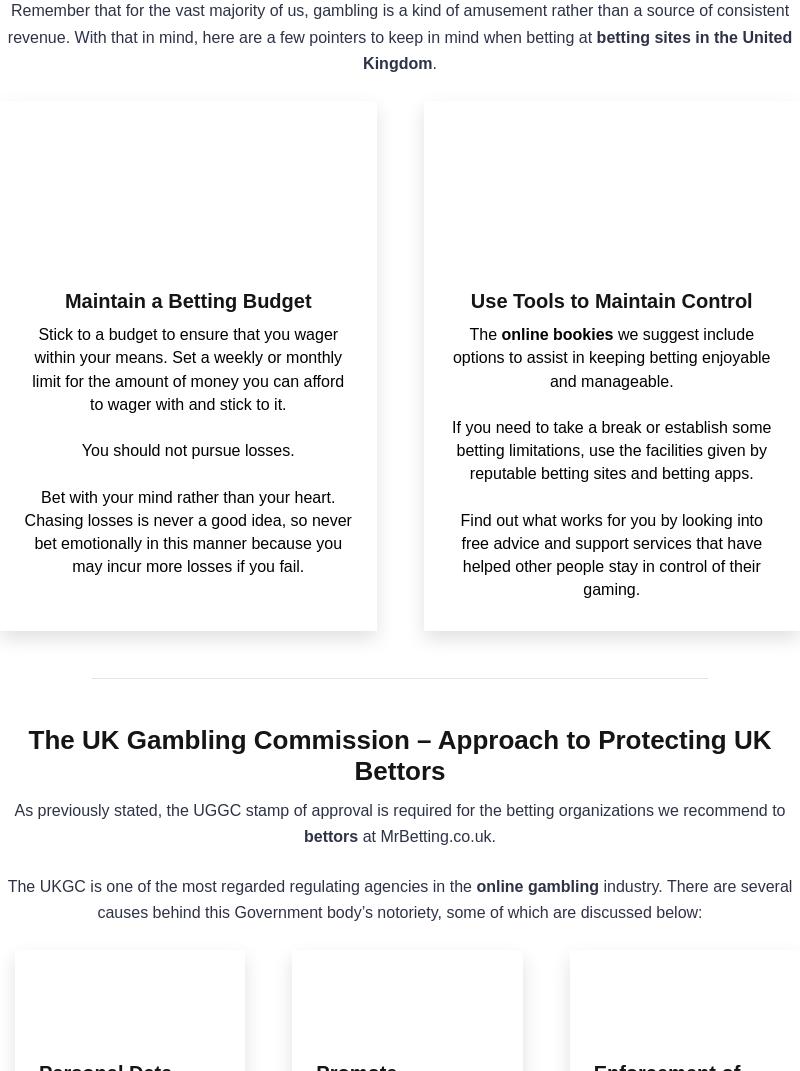 The width and height of the screenshot is (800, 1071). I want to click on 'betting sites in the United Kingdom', so click(576, 49).